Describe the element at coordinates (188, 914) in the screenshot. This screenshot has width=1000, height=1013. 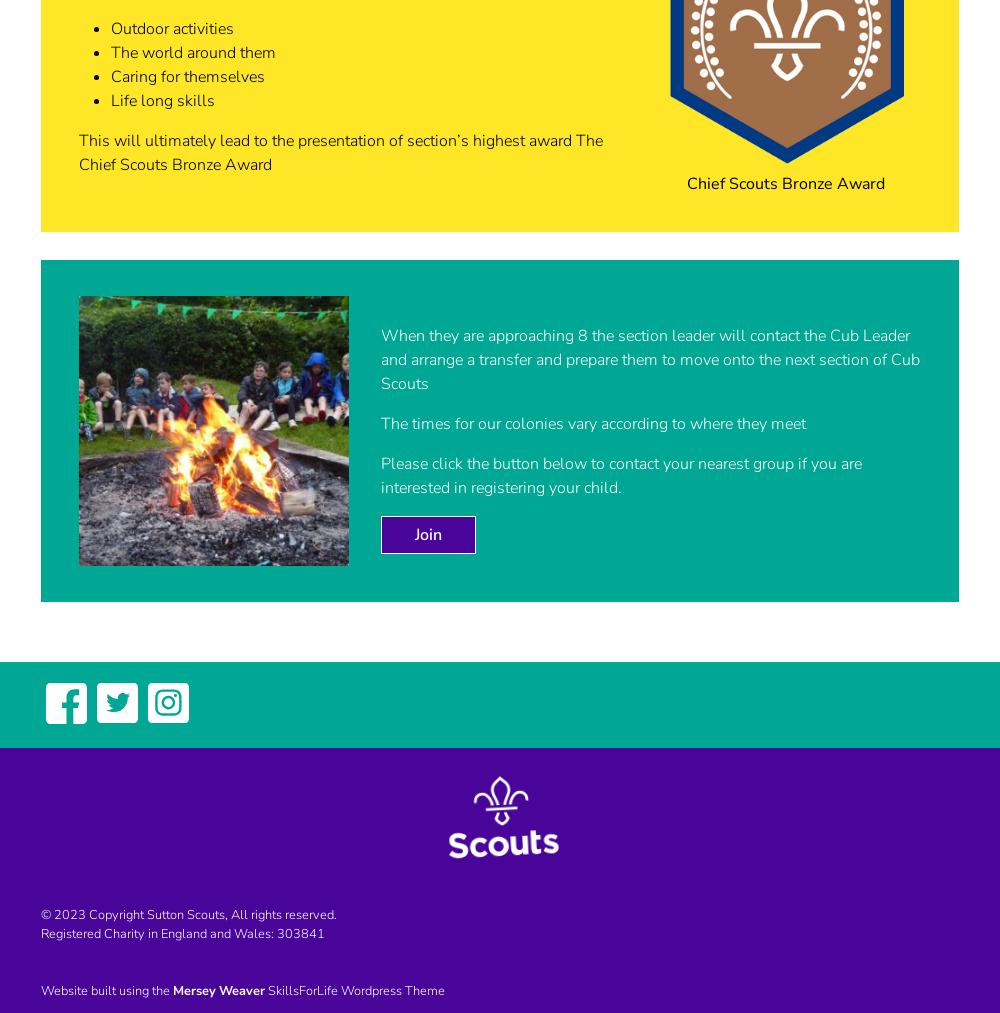
I see `'© 2023 Copyright Sutton Scouts, All rights reserved.'` at that location.